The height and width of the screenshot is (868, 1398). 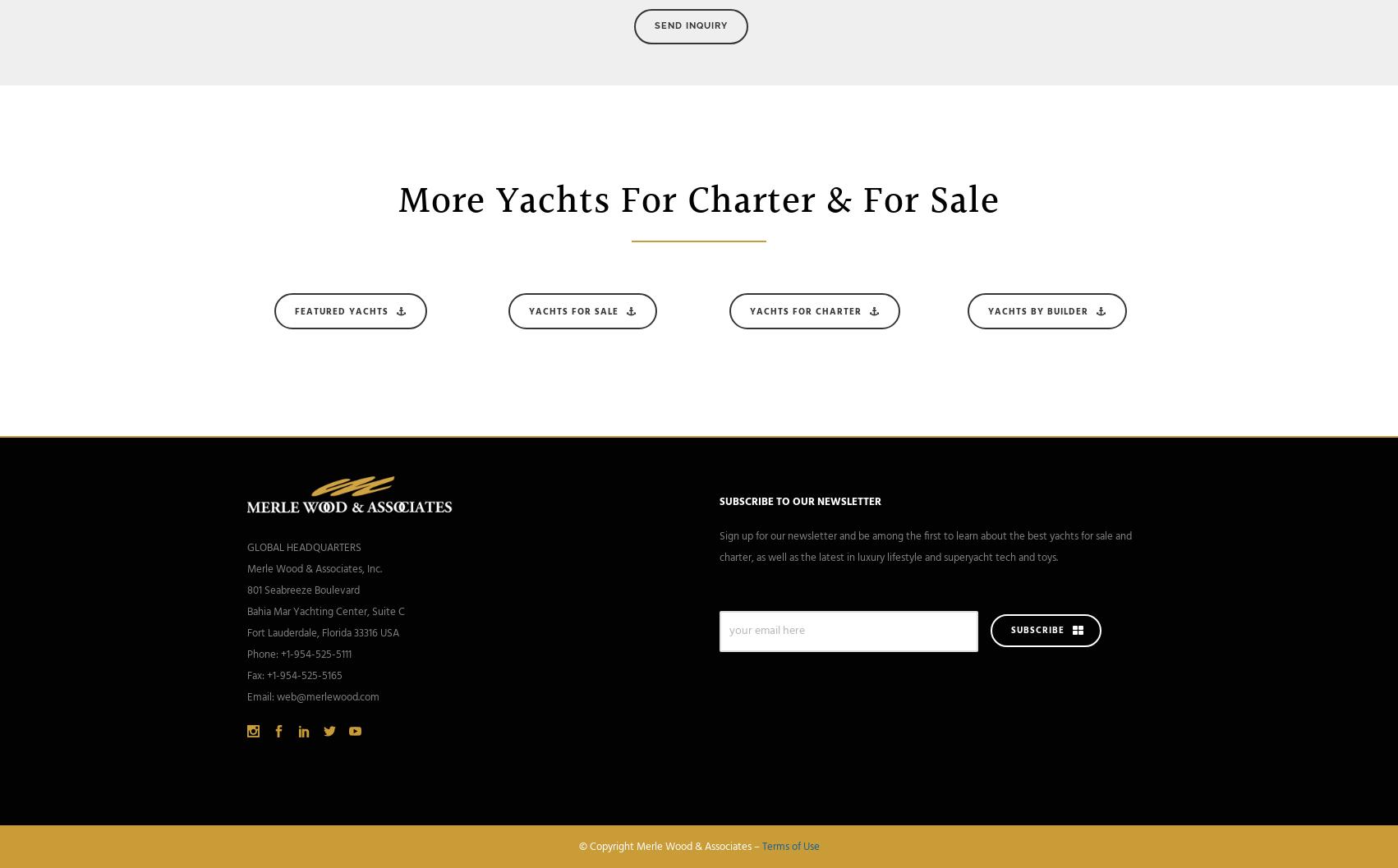 I want to click on 'Bahia Mar Yachting Center, Suite C', so click(x=326, y=611).